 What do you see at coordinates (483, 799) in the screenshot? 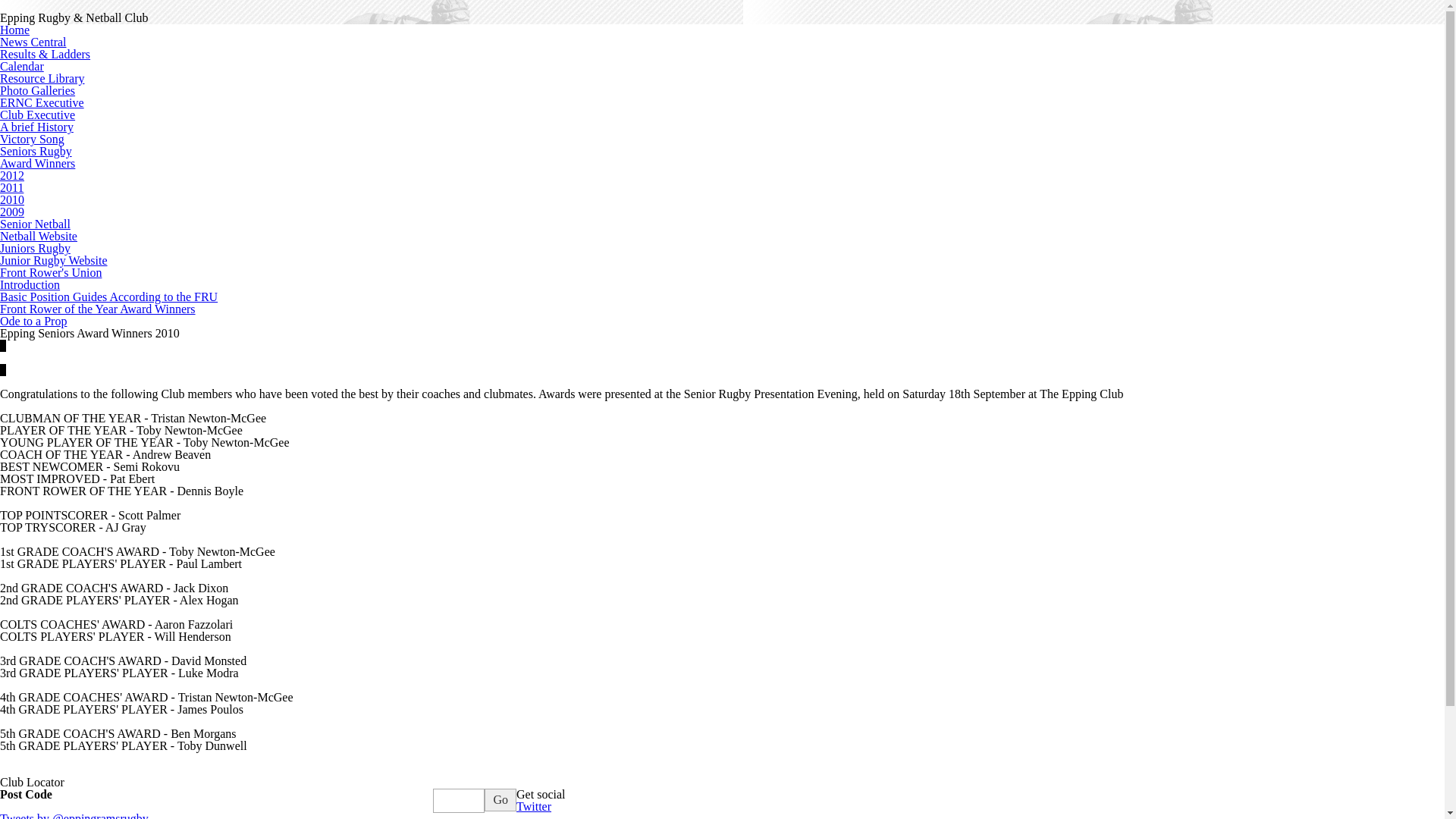
I see `'Go'` at bounding box center [483, 799].